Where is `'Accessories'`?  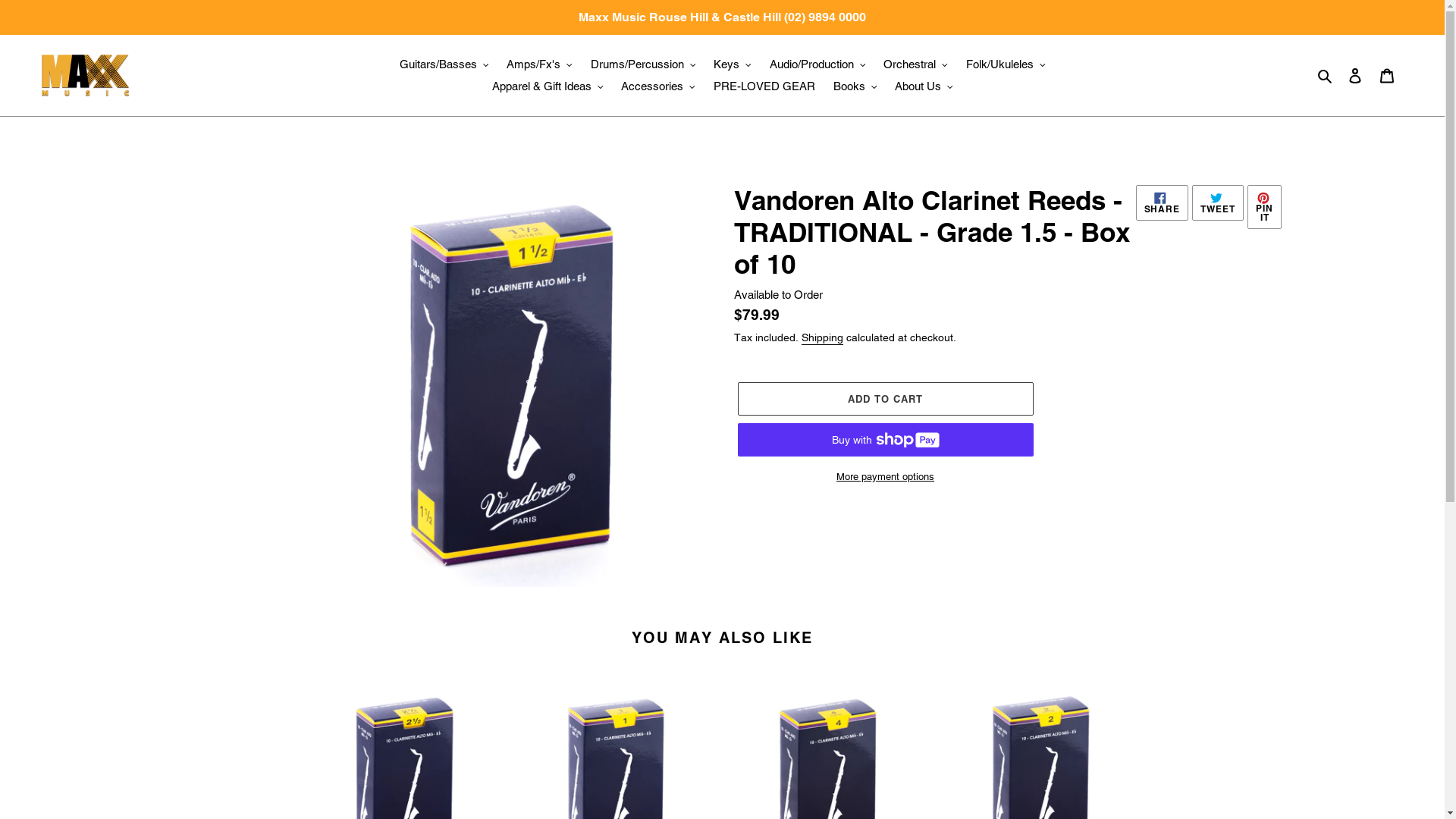
'Accessories' is located at coordinates (658, 86).